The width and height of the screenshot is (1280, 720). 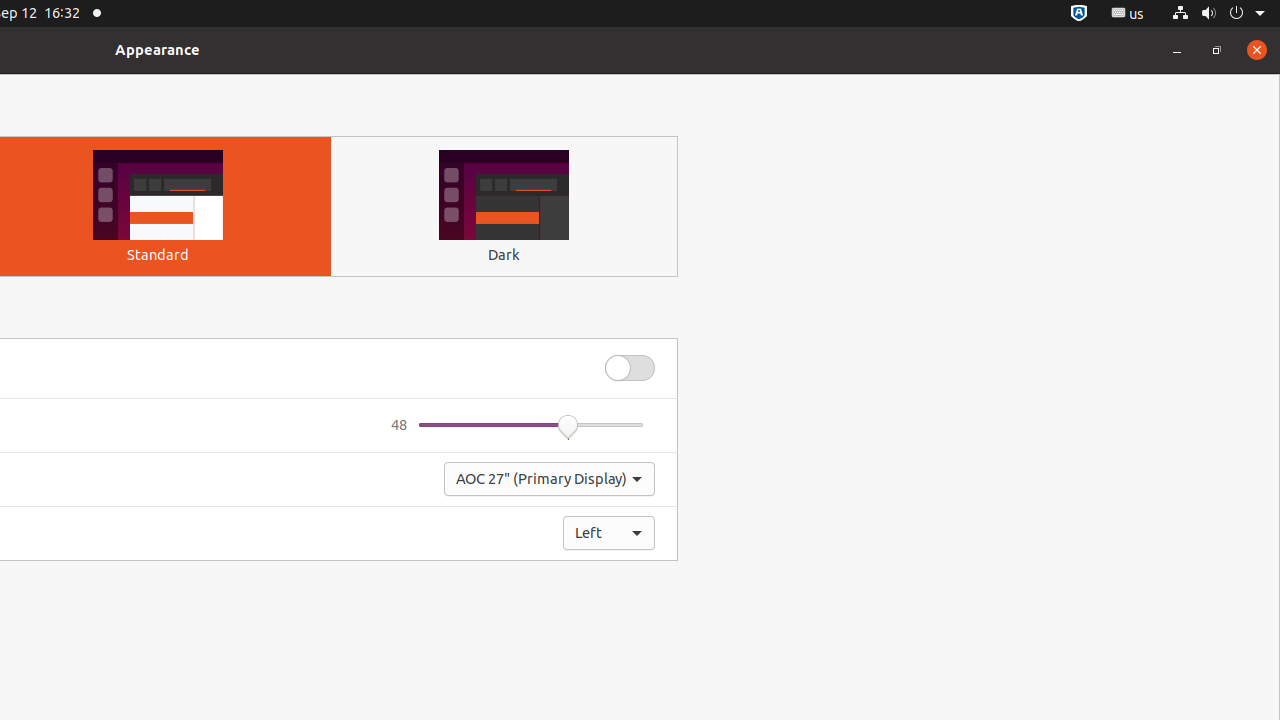 What do you see at coordinates (1176, 48) in the screenshot?
I see `'Minimize'` at bounding box center [1176, 48].